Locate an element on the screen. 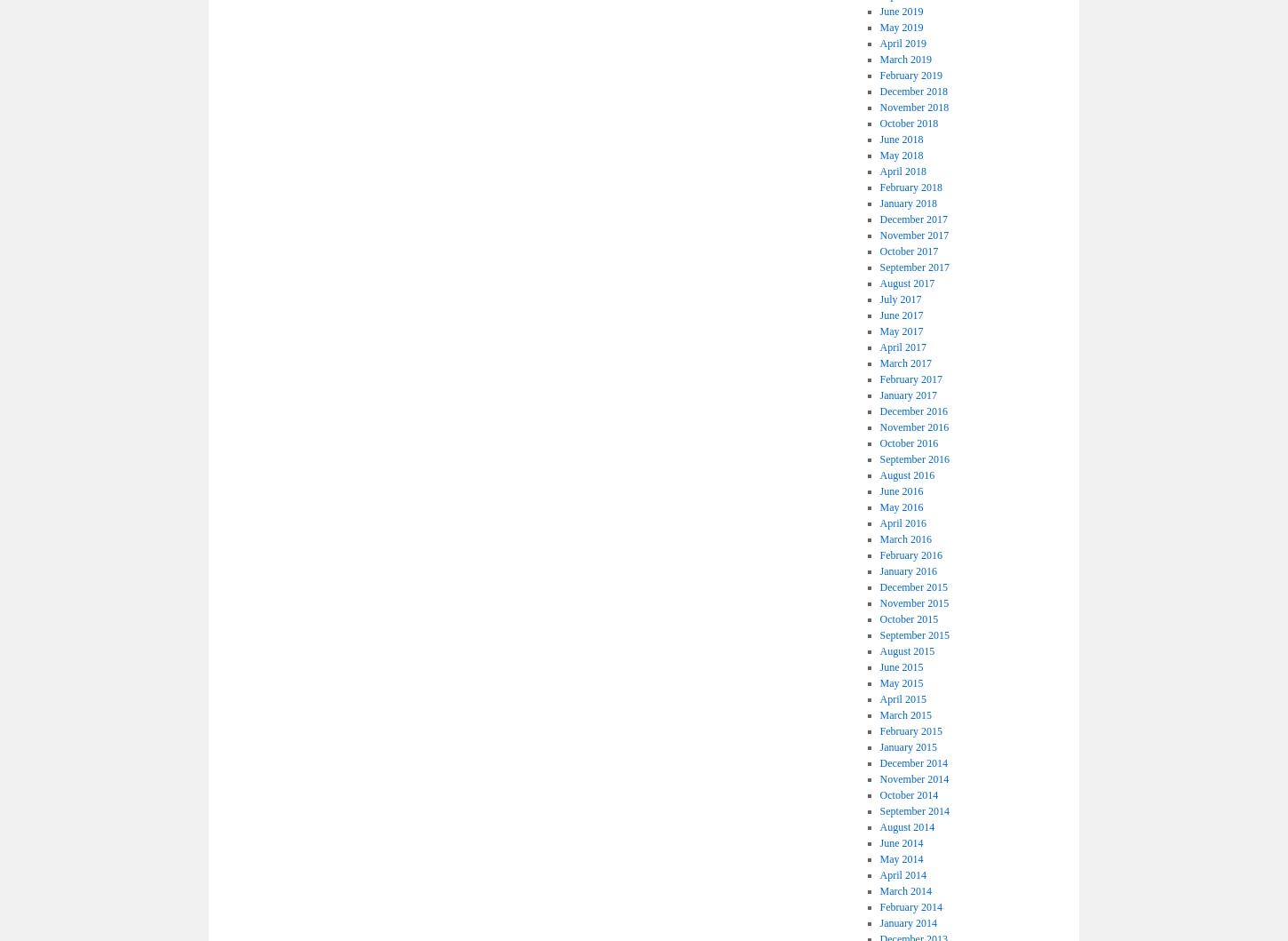 The image size is (1288, 941). 'May 2014' is located at coordinates (901, 857).